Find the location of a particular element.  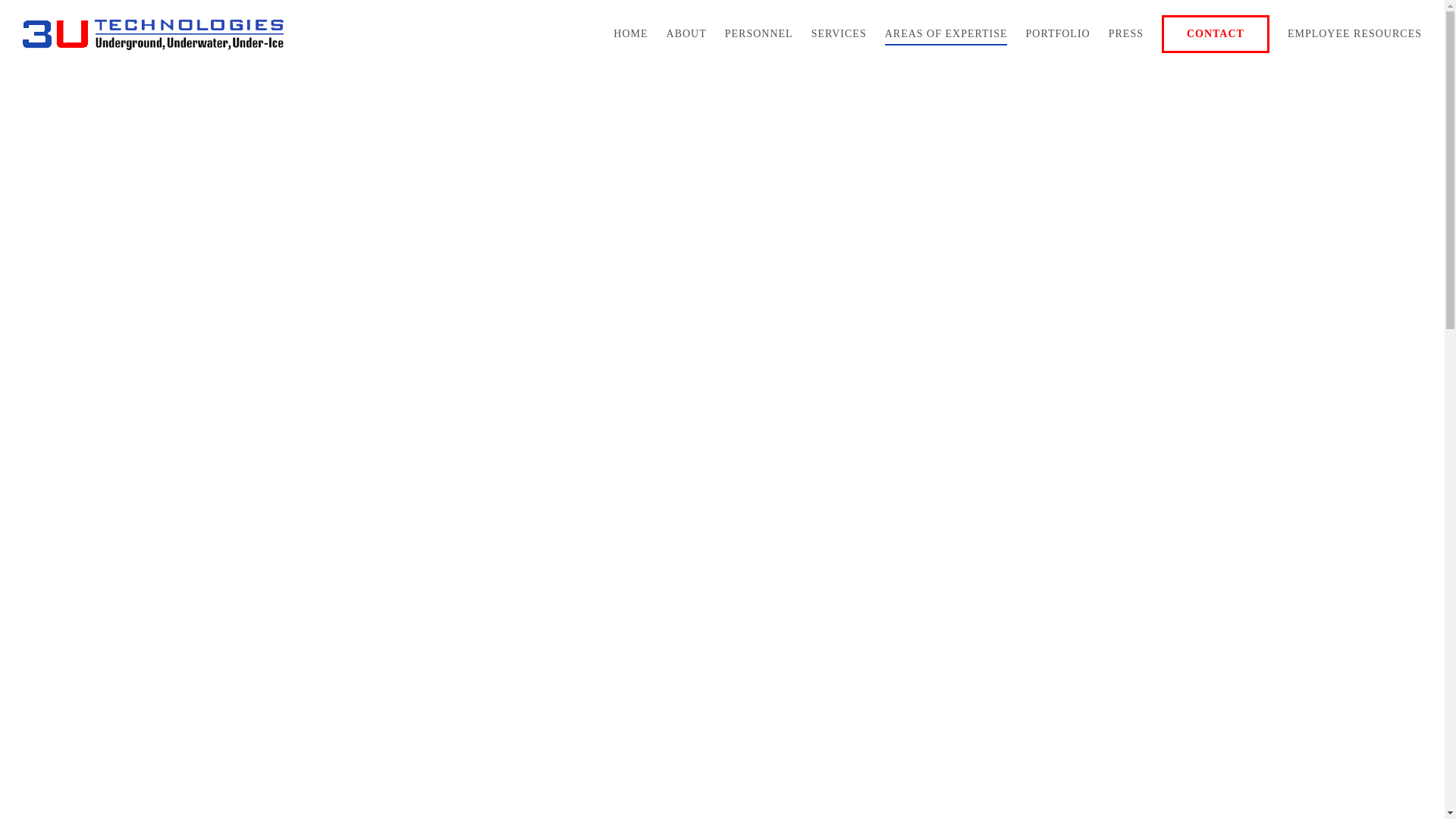

'PRESS' is located at coordinates (1125, 34).